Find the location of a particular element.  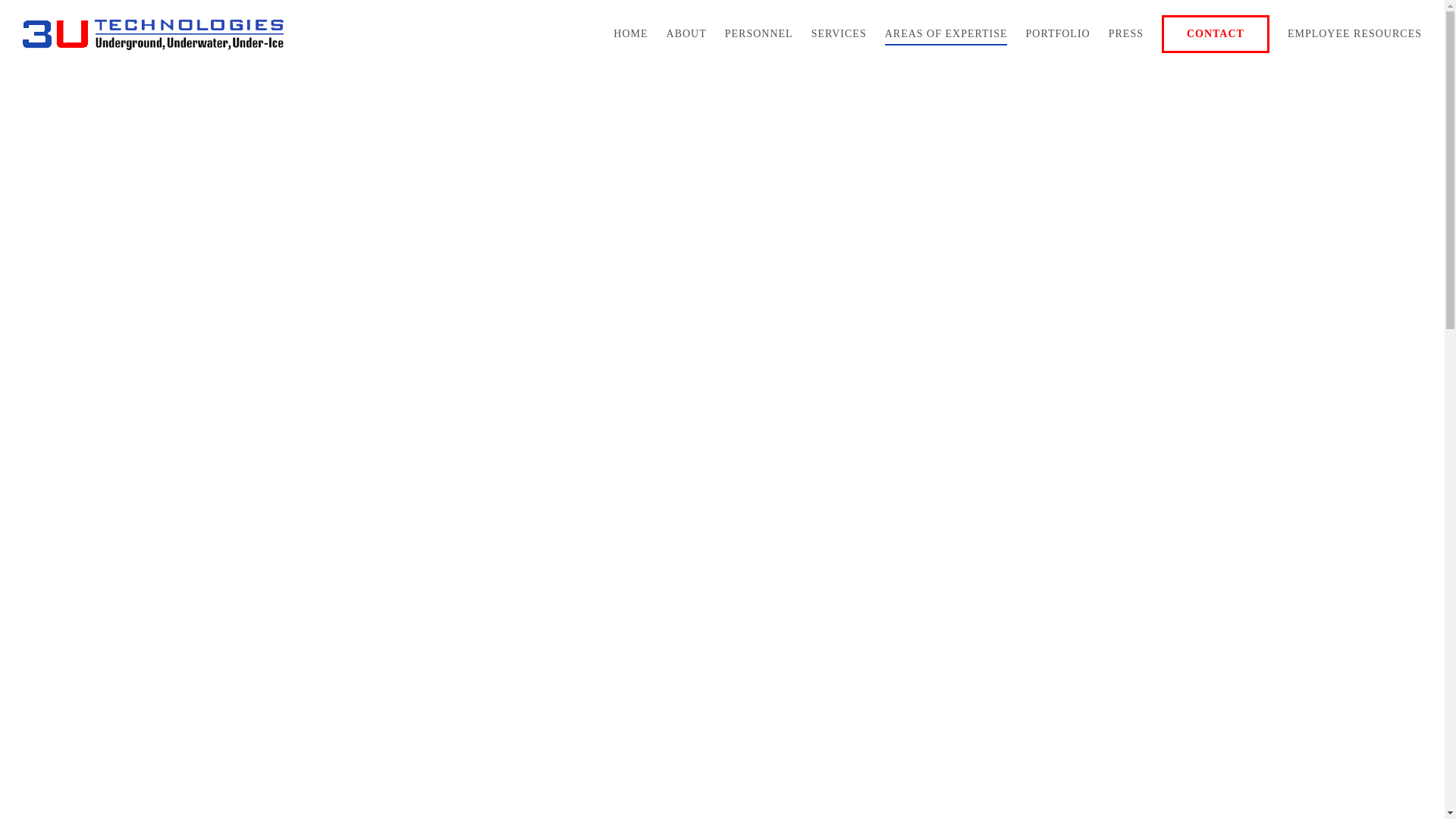

'PRESS' is located at coordinates (1125, 34).